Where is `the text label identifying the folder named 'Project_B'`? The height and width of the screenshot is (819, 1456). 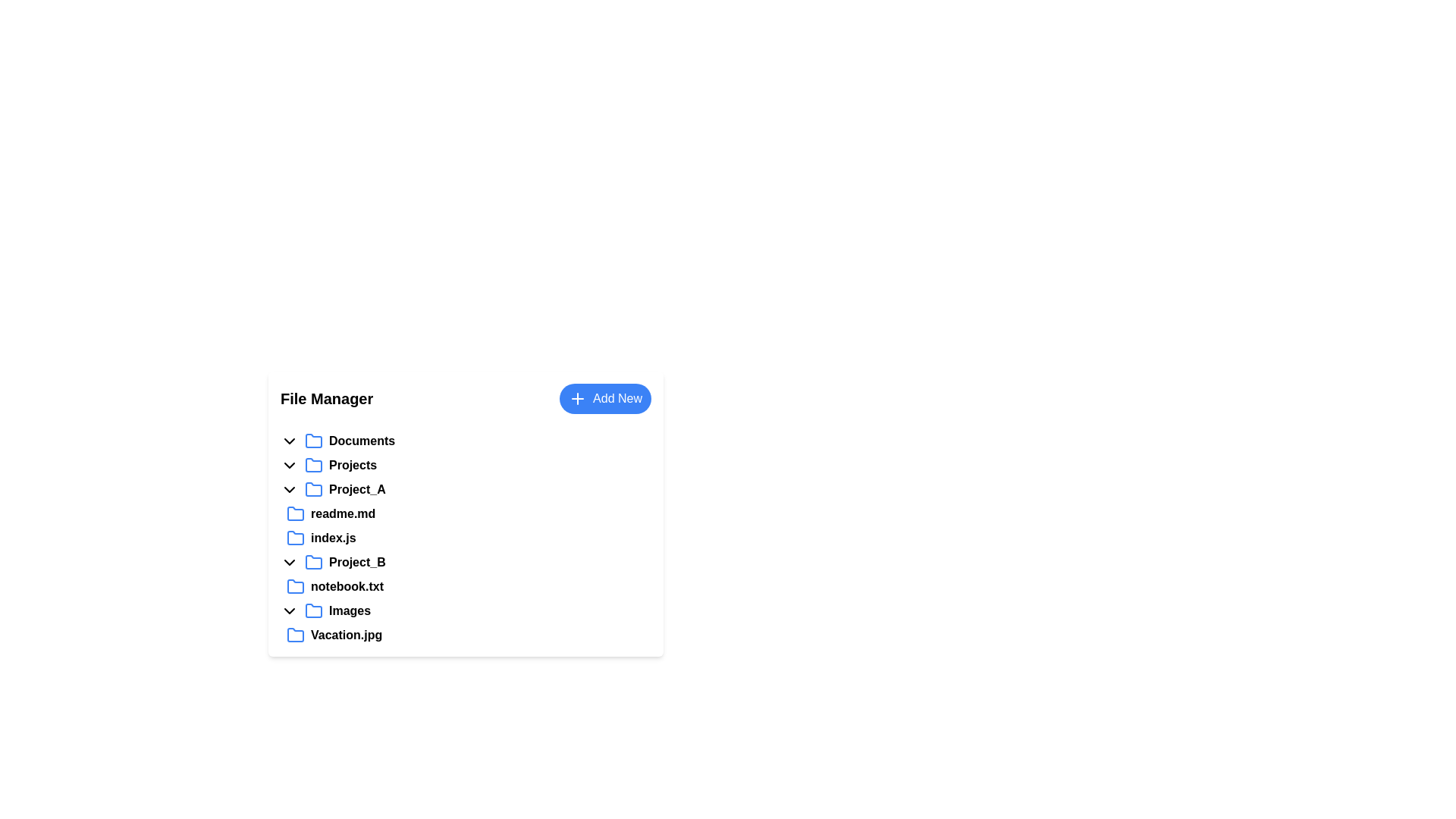
the text label identifying the folder named 'Project_B' is located at coordinates (356, 562).